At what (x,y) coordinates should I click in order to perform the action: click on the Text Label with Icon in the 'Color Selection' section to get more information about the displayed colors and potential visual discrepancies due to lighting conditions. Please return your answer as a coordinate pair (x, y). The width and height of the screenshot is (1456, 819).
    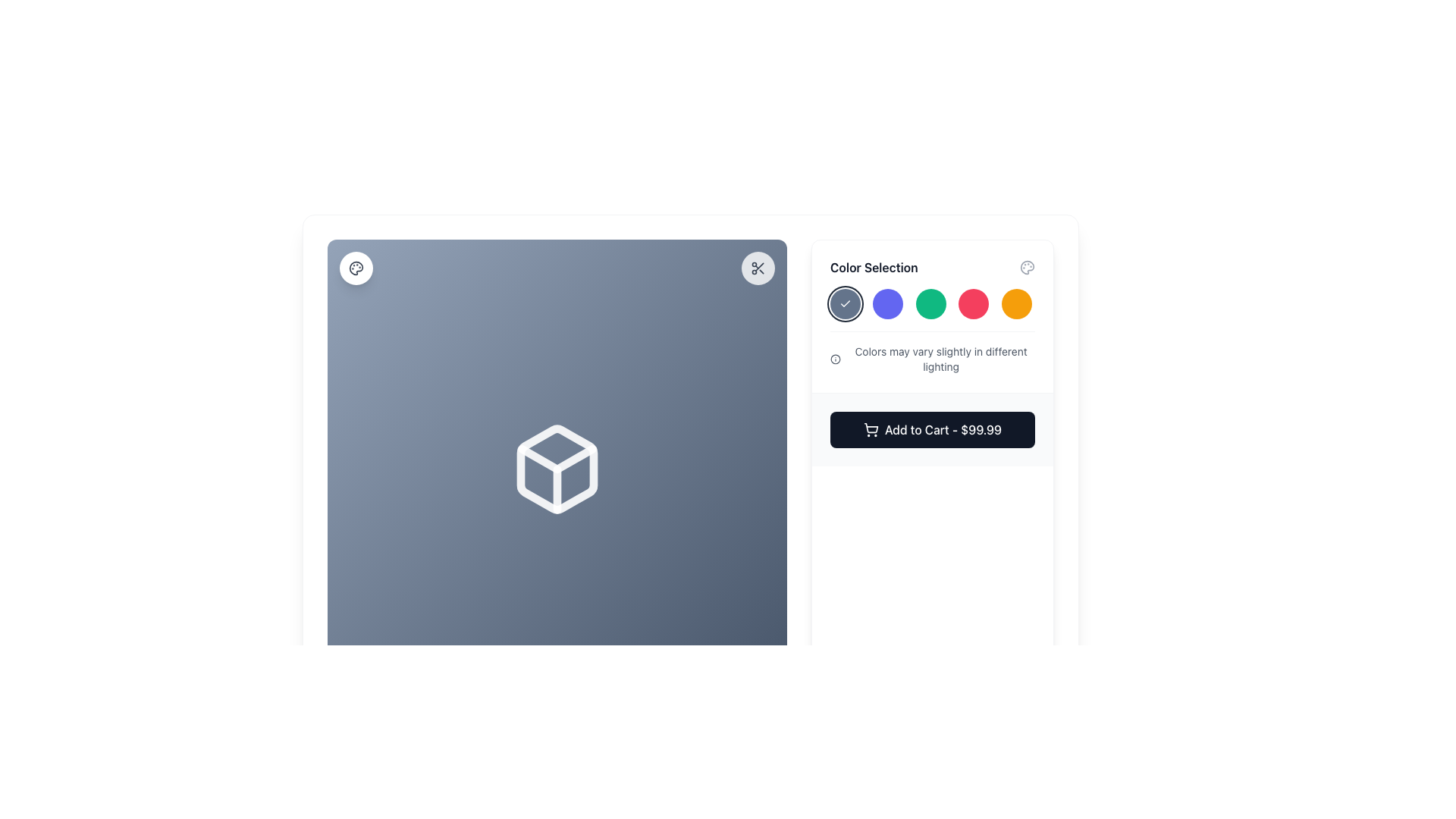
    Looking at the image, I should click on (931, 359).